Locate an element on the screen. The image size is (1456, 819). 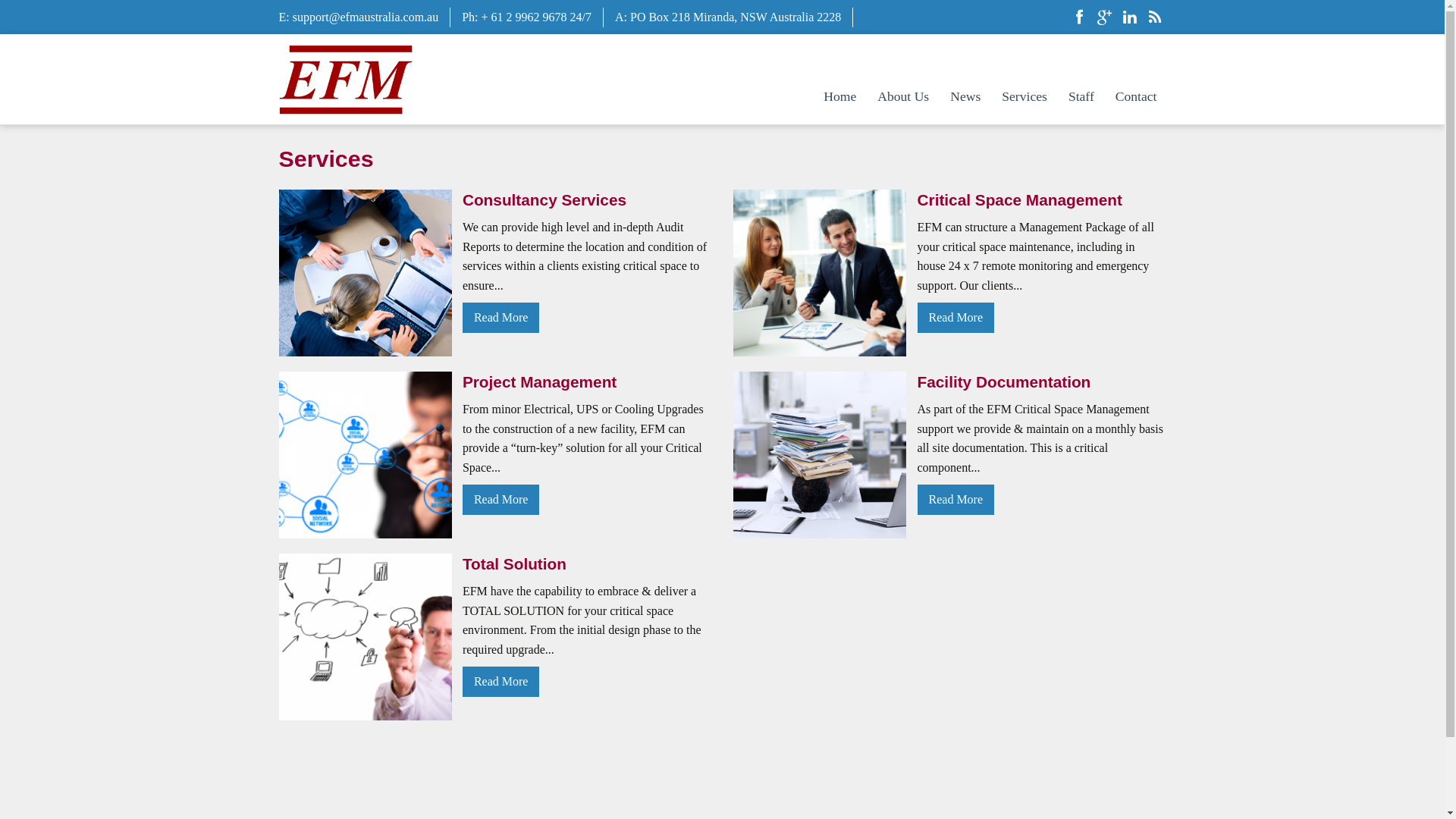
'Consultancy Services' is located at coordinates (585, 199).